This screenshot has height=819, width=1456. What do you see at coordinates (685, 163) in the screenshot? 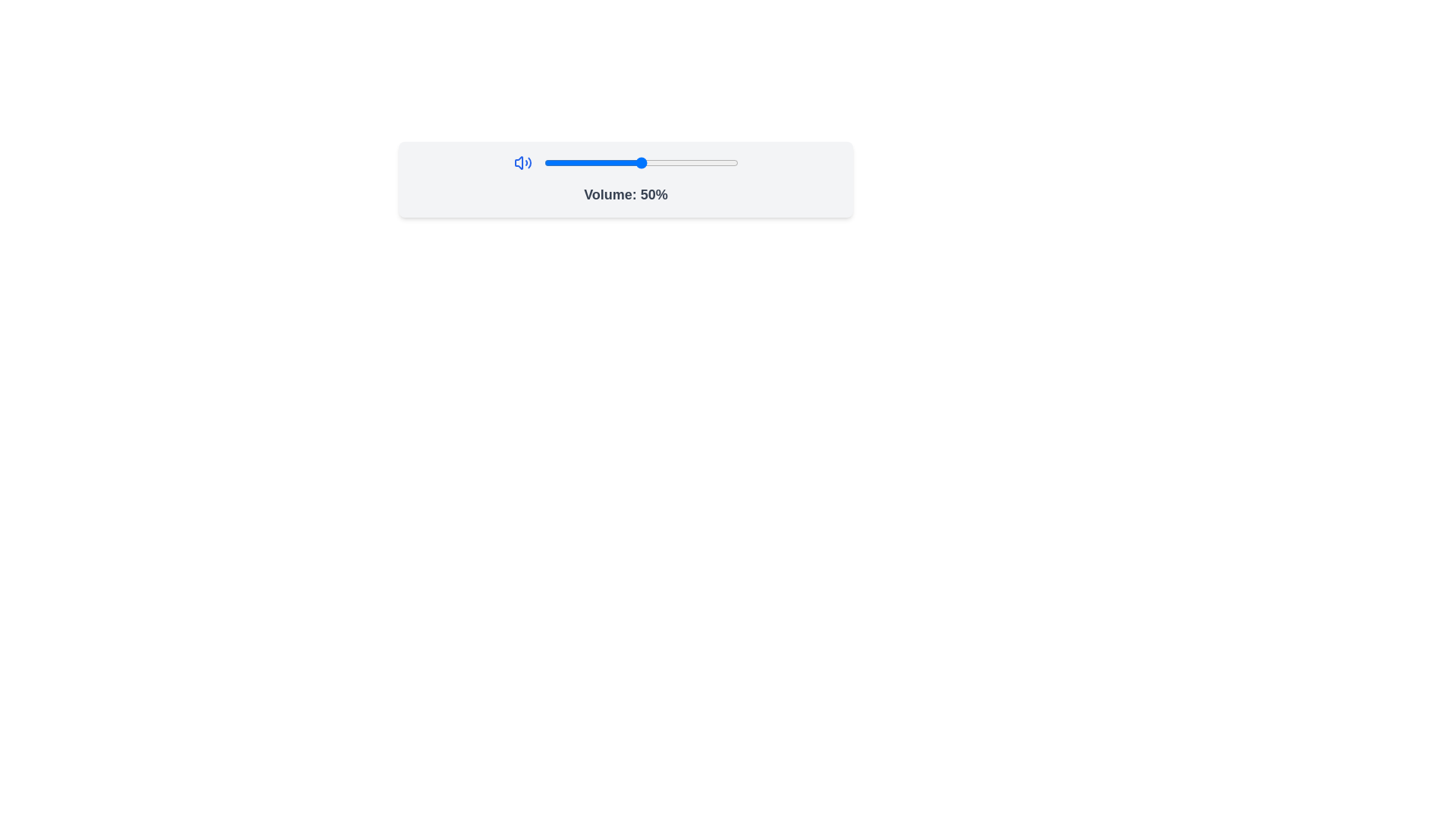
I see `the slider volume` at bounding box center [685, 163].